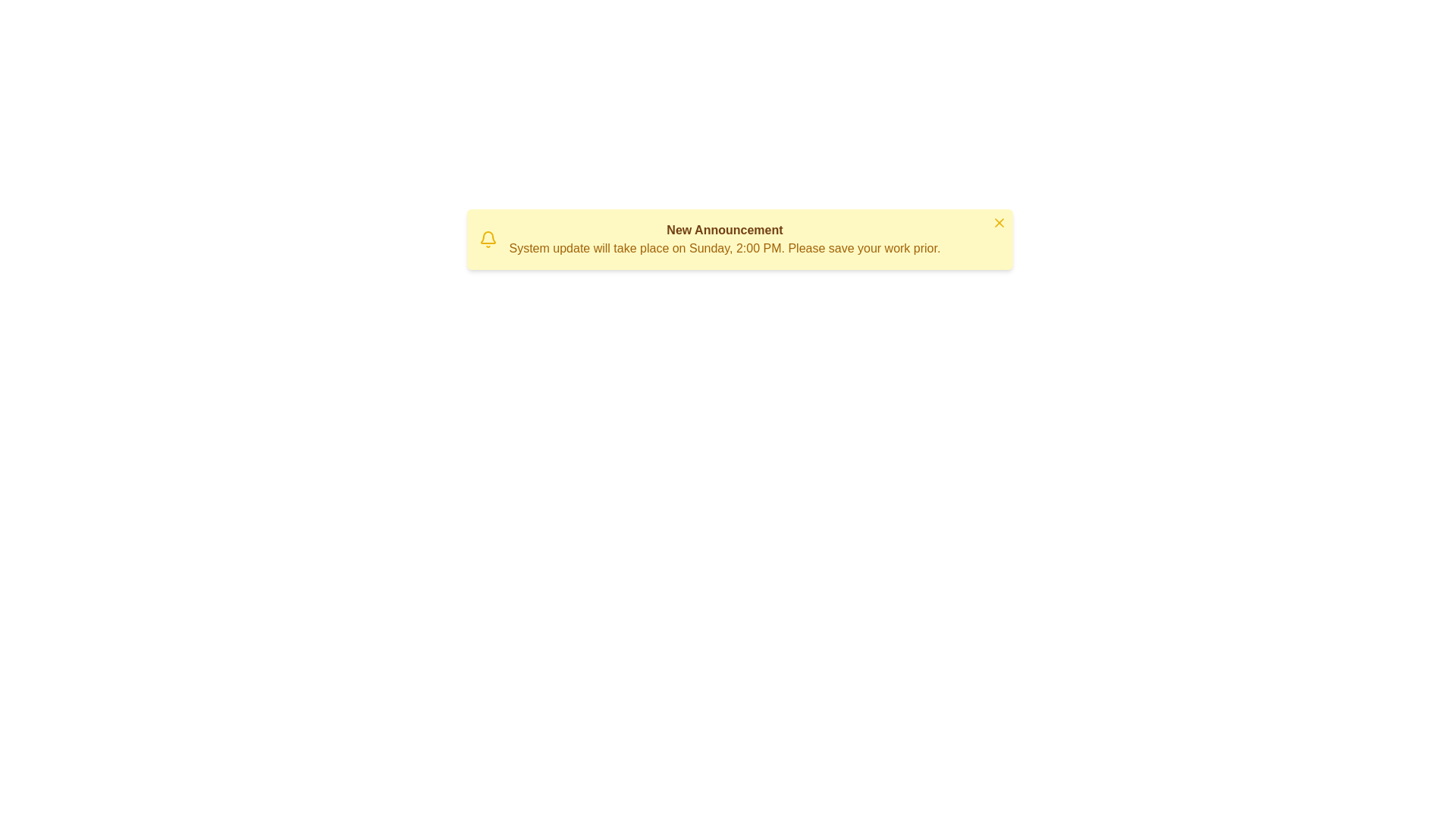  What do you see at coordinates (999, 222) in the screenshot?
I see `the close button to hide the notice` at bounding box center [999, 222].